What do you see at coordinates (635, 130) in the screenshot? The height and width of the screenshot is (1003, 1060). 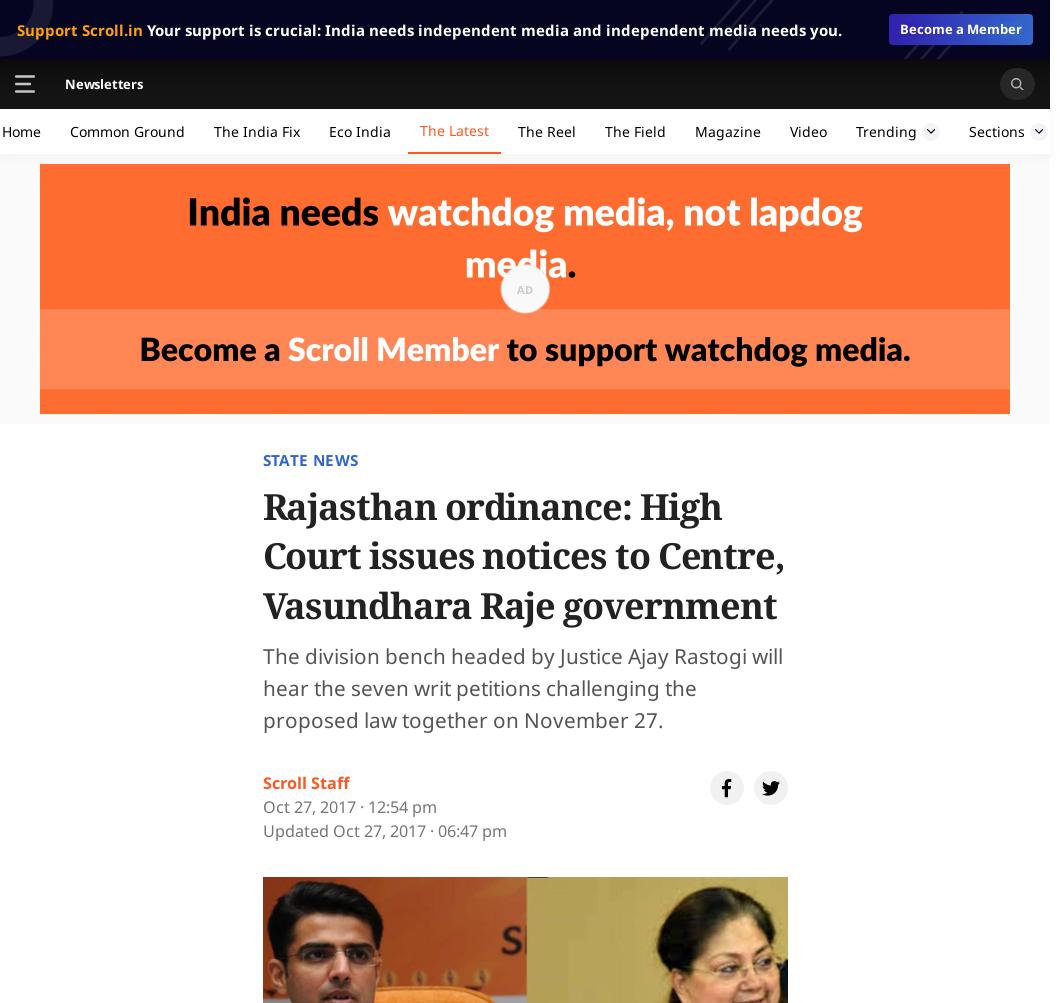 I see `'The Field'` at bounding box center [635, 130].